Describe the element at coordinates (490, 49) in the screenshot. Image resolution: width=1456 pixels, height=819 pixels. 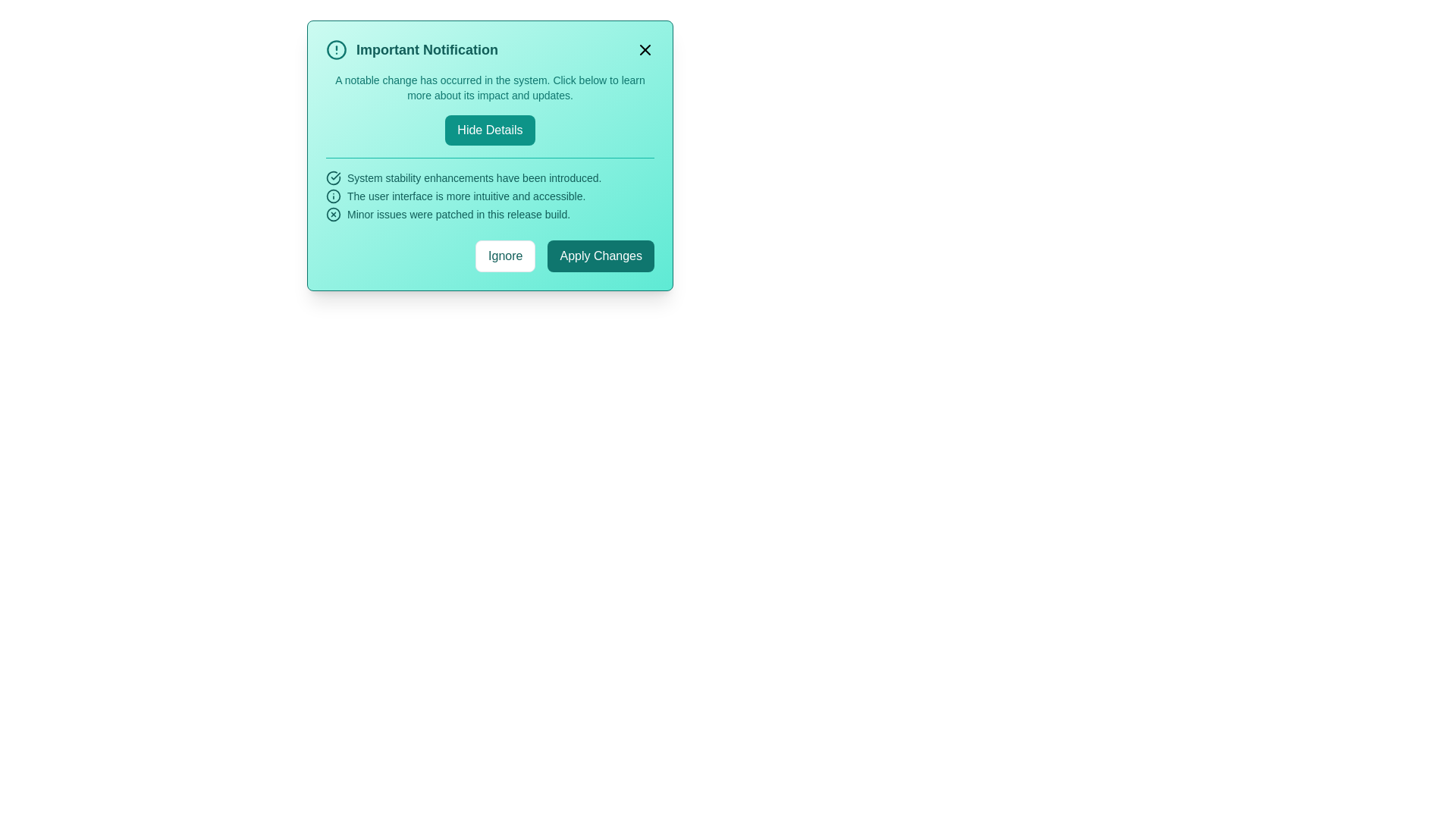
I see `the 'Important Notification' text with the teal-colored exclamation icon` at that location.